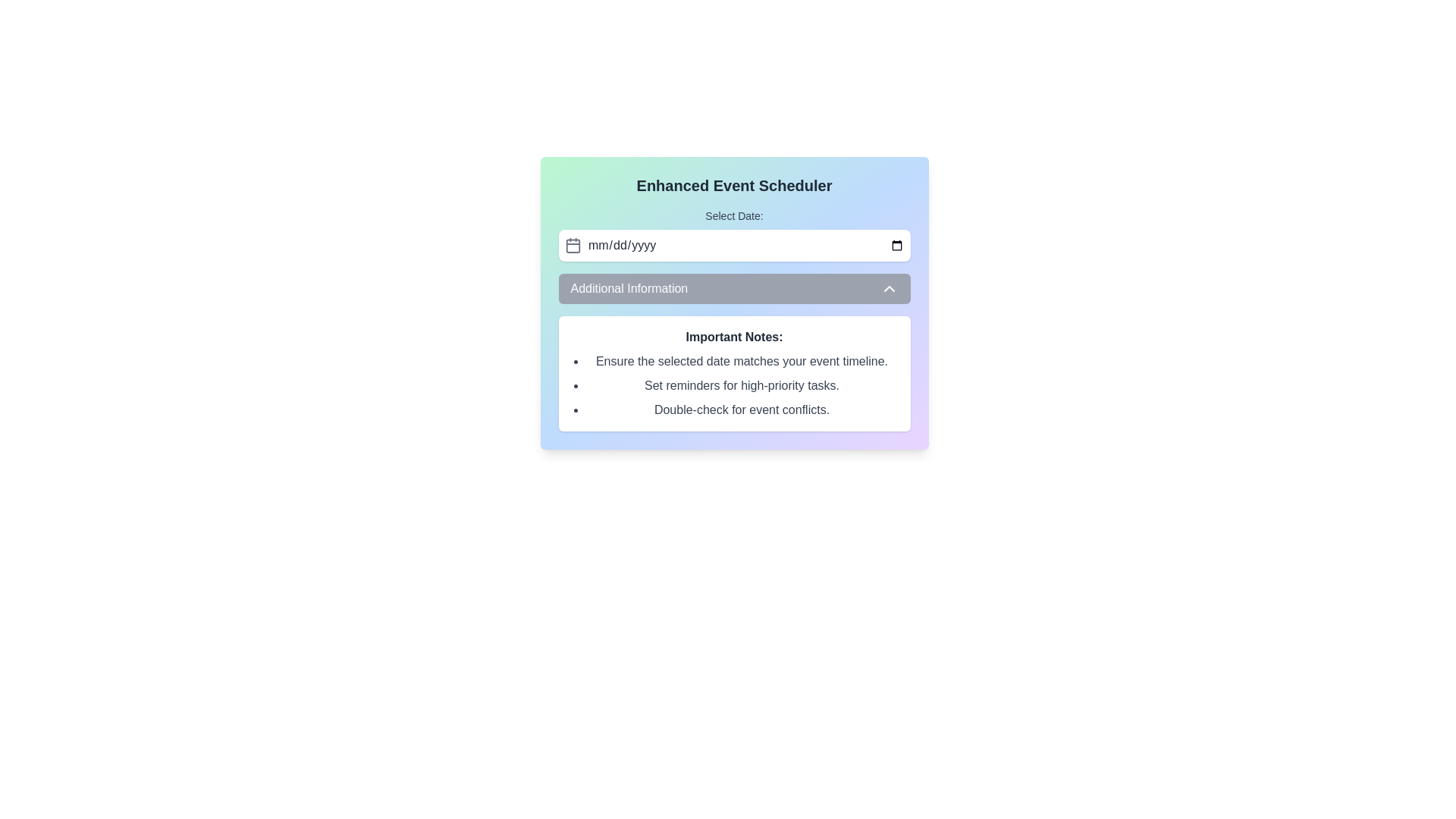 The height and width of the screenshot is (819, 1456). I want to click on the Text Label that serves as a descriptive identifier for its containing button, located near the upper-middle section of the interface, left of an arrow icon, so click(629, 289).